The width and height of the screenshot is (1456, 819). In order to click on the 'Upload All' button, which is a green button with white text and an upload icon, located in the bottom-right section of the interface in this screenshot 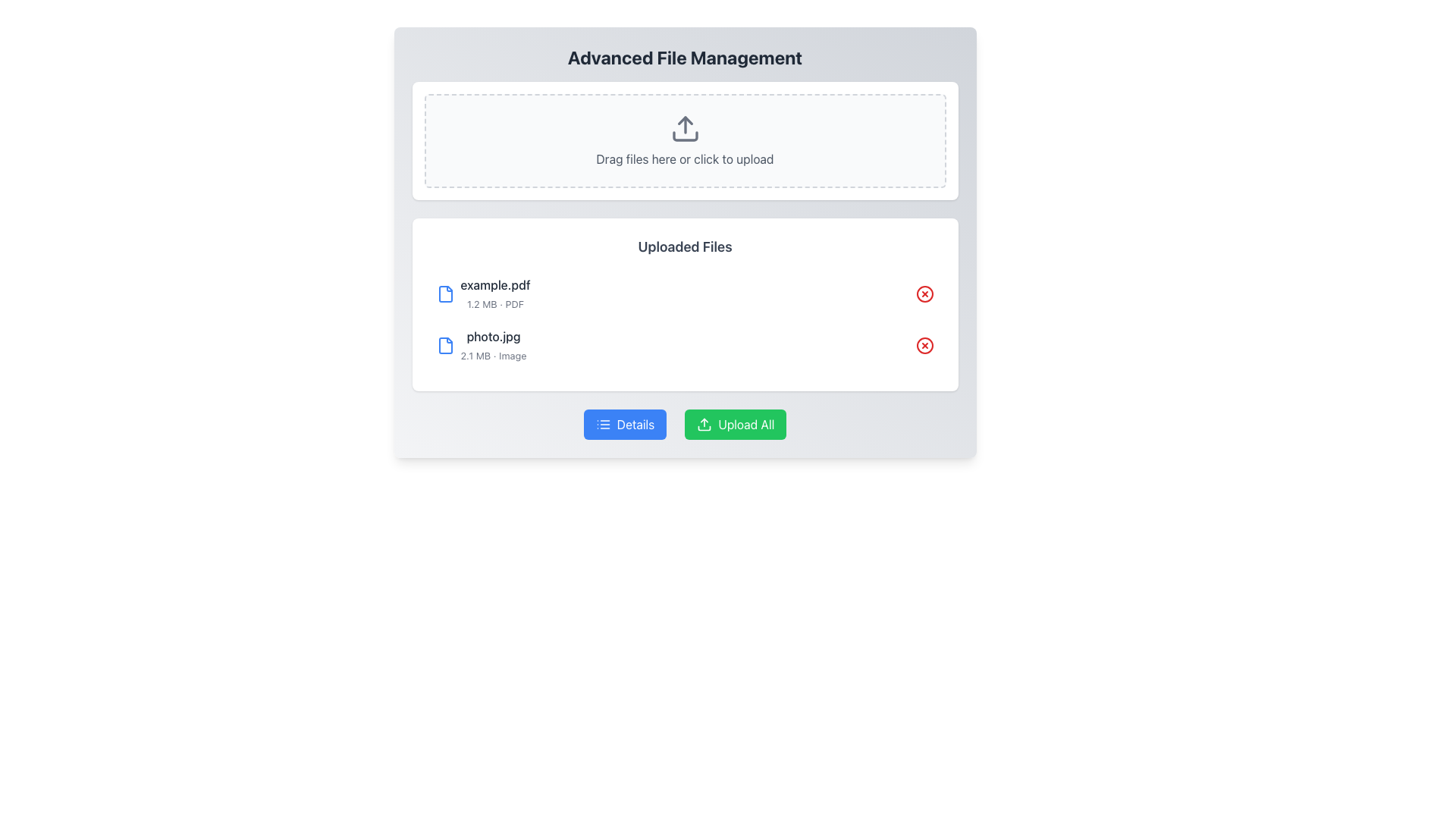, I will do `click(746, 424)`.